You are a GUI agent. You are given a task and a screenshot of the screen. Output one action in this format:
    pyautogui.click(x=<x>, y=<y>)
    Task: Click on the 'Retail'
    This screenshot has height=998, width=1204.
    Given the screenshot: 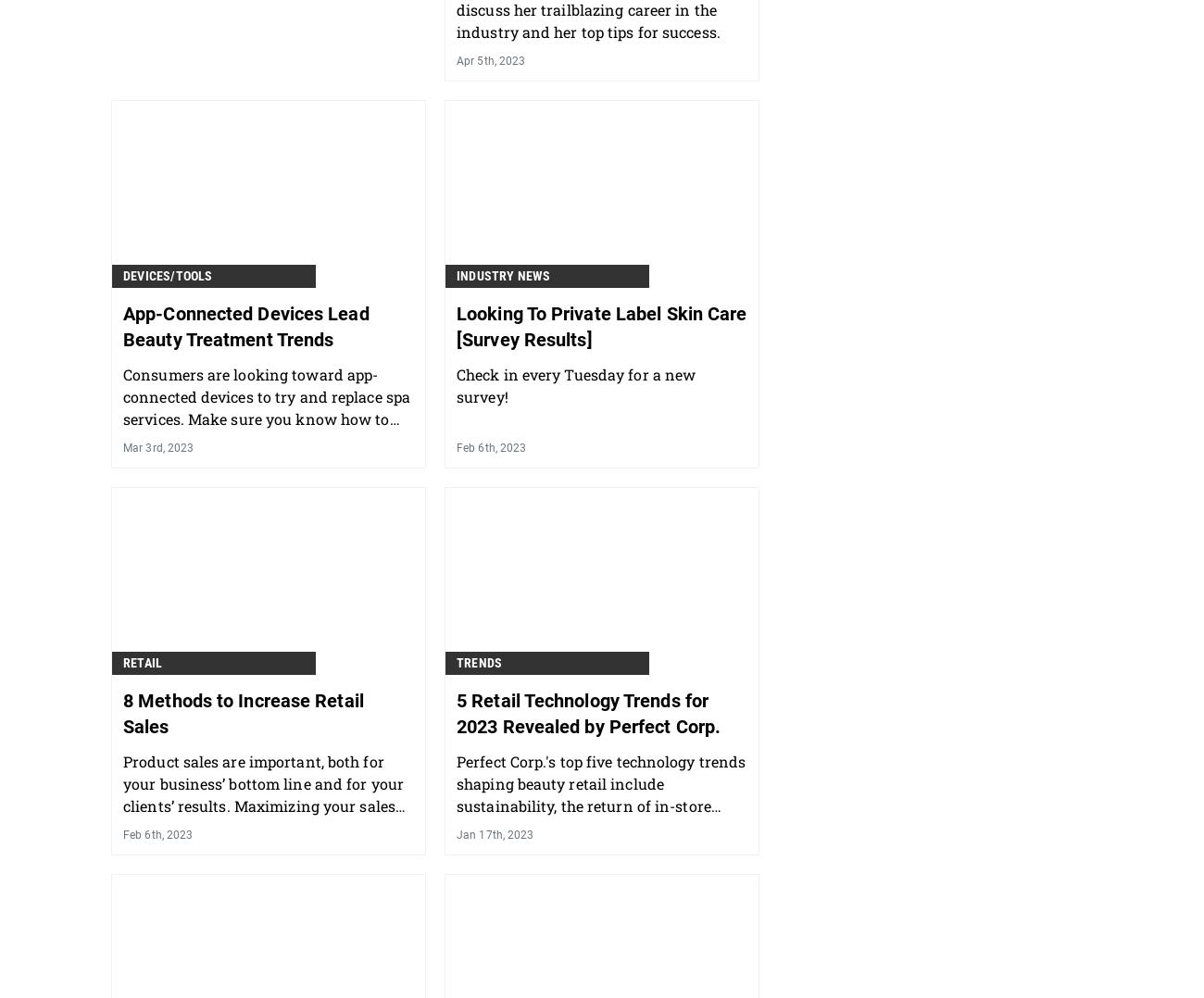 What is the action you would take?
    pyautogui.click(x=142, y=662)
    